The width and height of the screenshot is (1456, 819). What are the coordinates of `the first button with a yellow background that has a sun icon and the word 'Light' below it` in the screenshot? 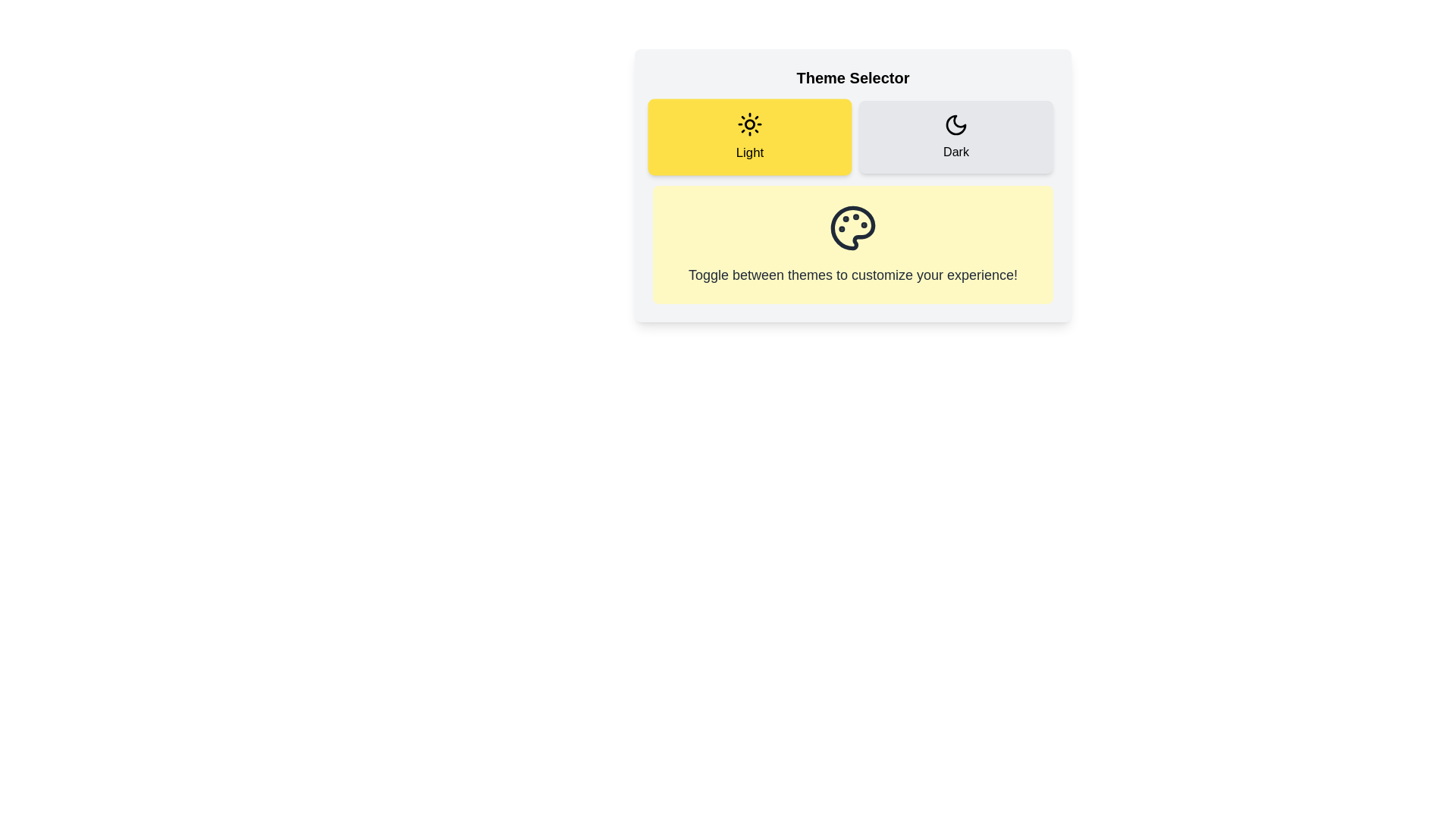 It's located at (749, 137).